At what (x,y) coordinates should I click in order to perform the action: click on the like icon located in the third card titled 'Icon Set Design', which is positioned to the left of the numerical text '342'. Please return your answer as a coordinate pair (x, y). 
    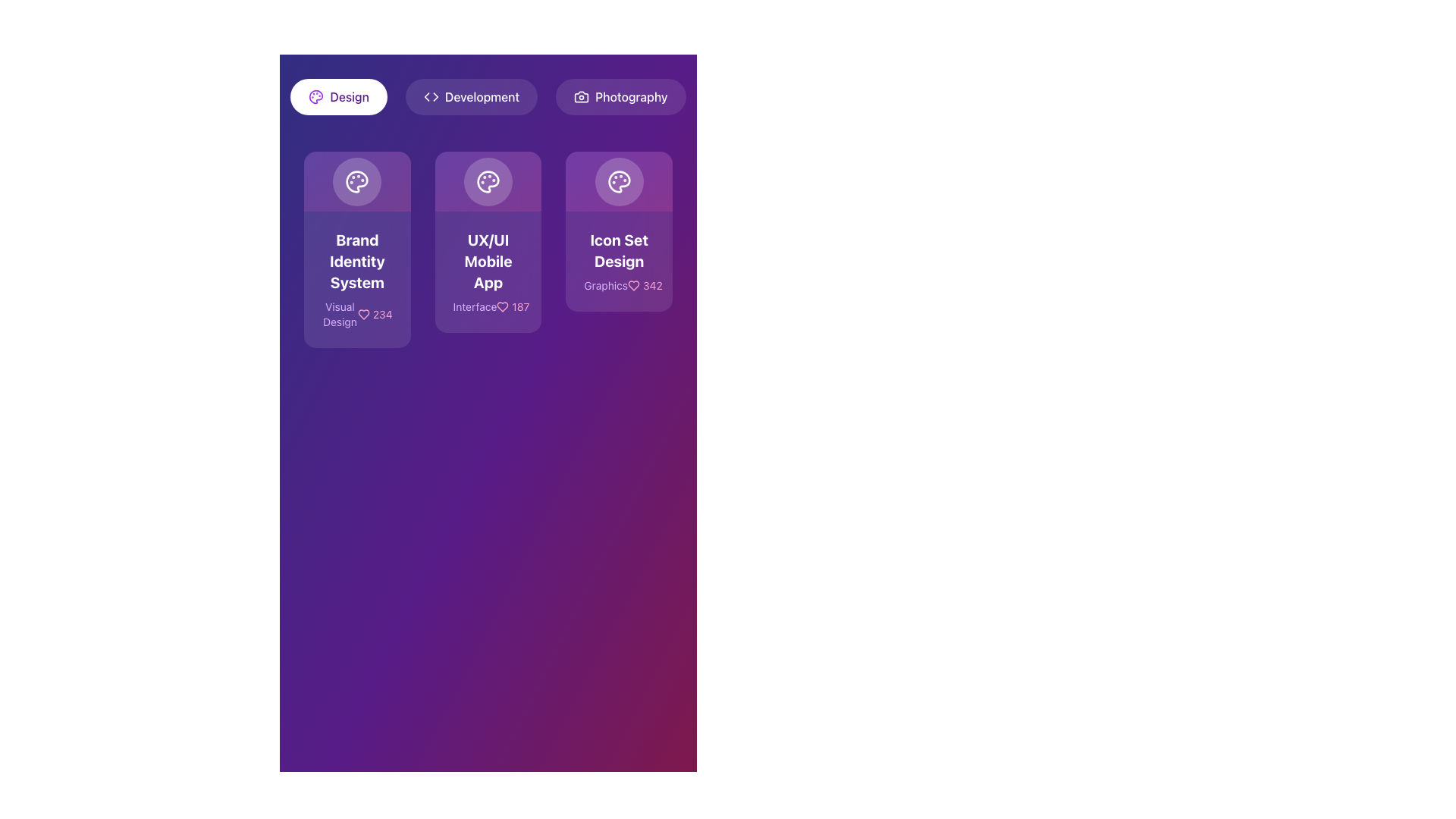
    Looking at the image, I should click on (633, 286).